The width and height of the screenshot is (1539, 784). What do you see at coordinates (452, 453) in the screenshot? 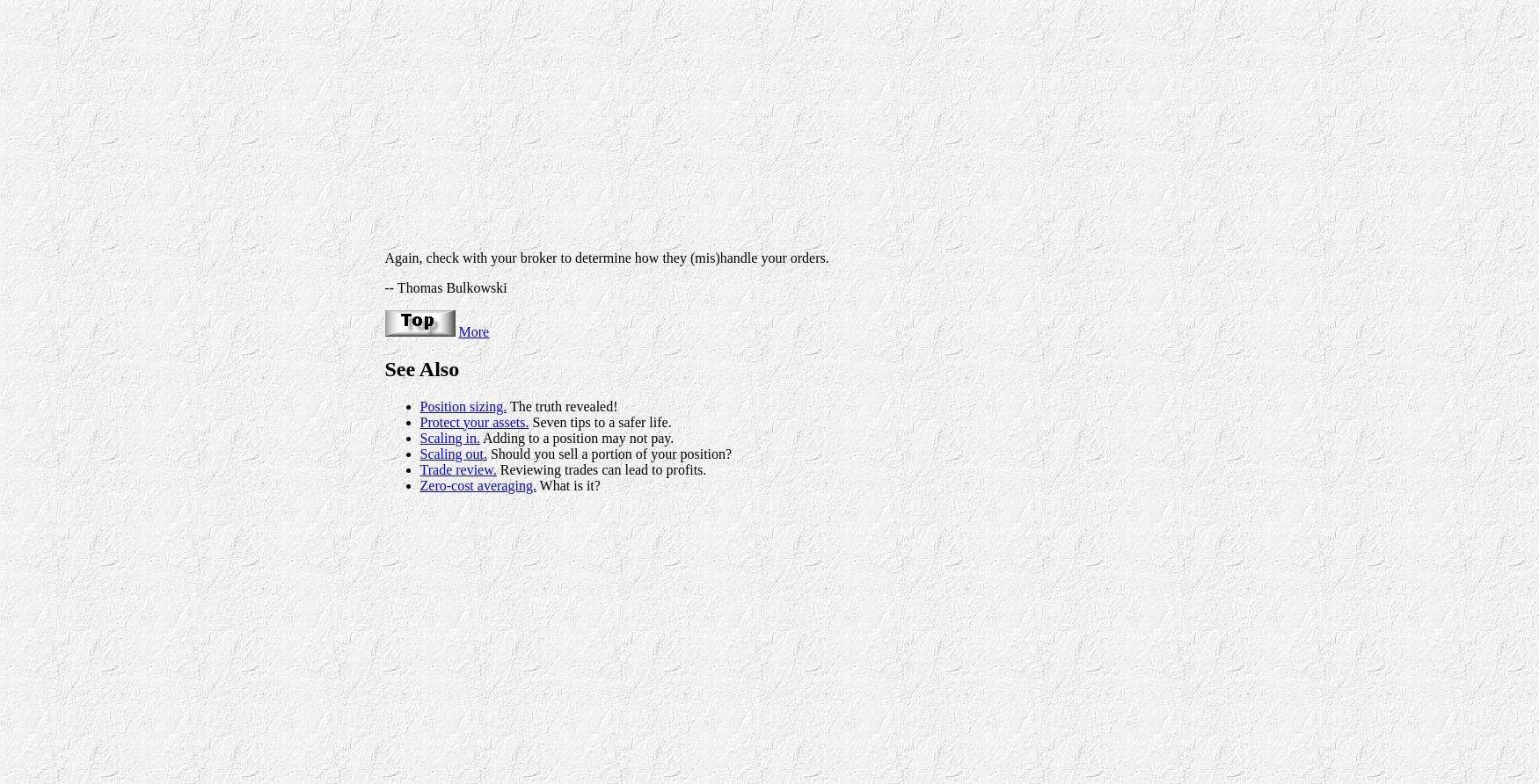
I see `'Scaling out.'` at bounding box center [452, 453].